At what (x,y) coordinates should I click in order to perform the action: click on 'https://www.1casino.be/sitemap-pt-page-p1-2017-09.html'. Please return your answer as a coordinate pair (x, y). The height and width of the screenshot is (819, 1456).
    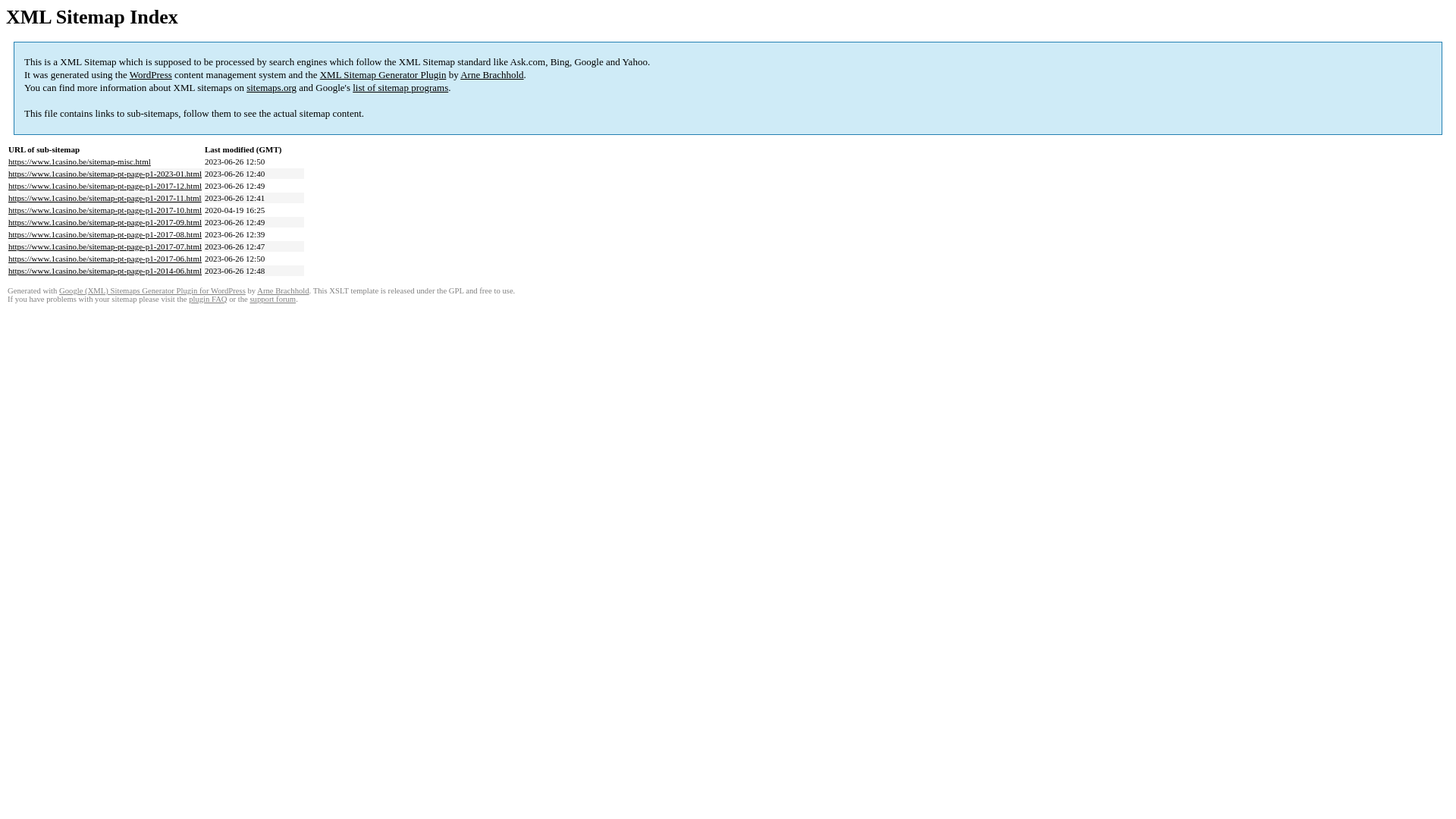
    Looking at the image, I should click on (104, 222).